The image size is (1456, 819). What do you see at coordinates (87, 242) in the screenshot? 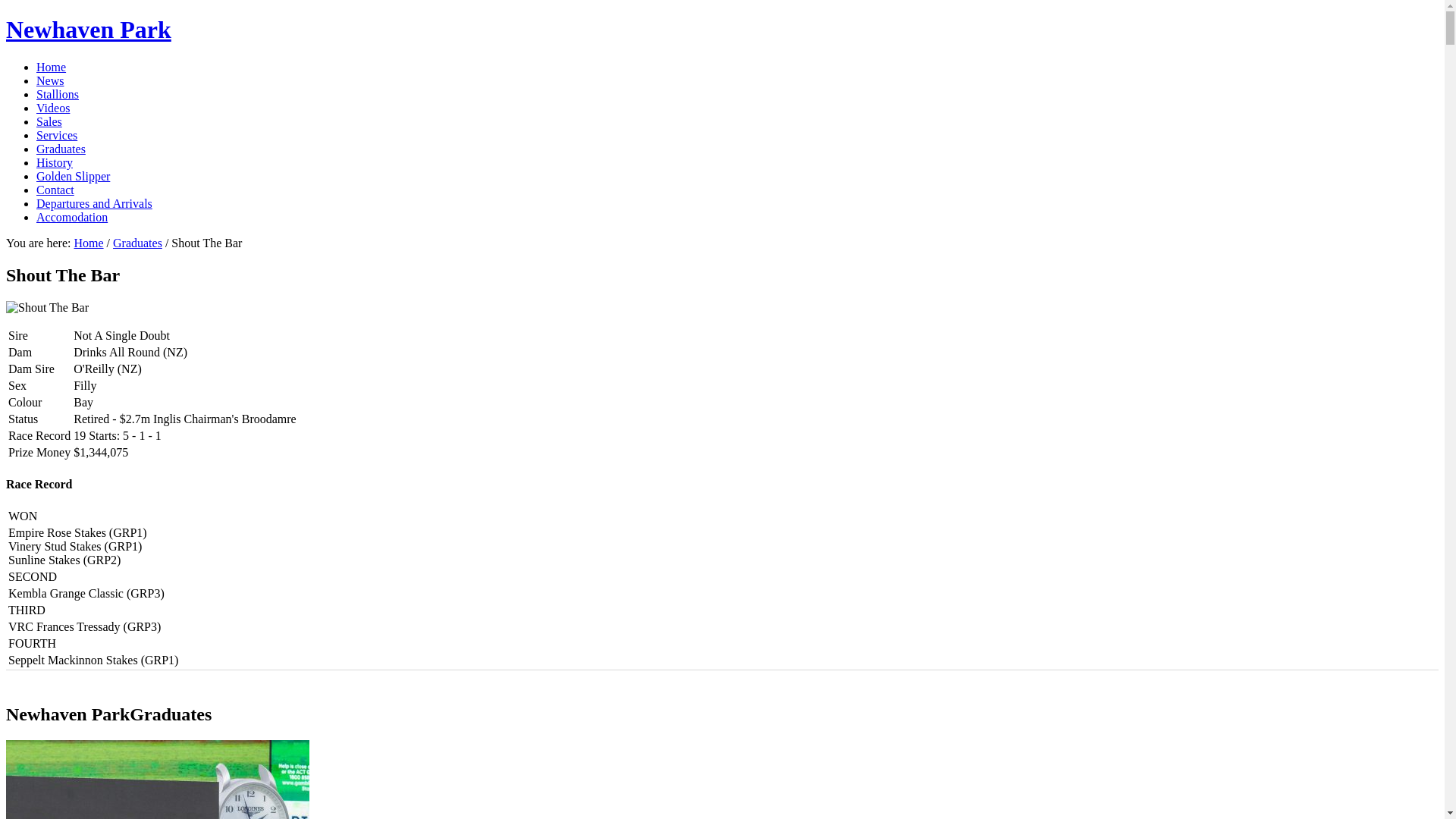
I see `'Home'` at bounding box center [87, 242].